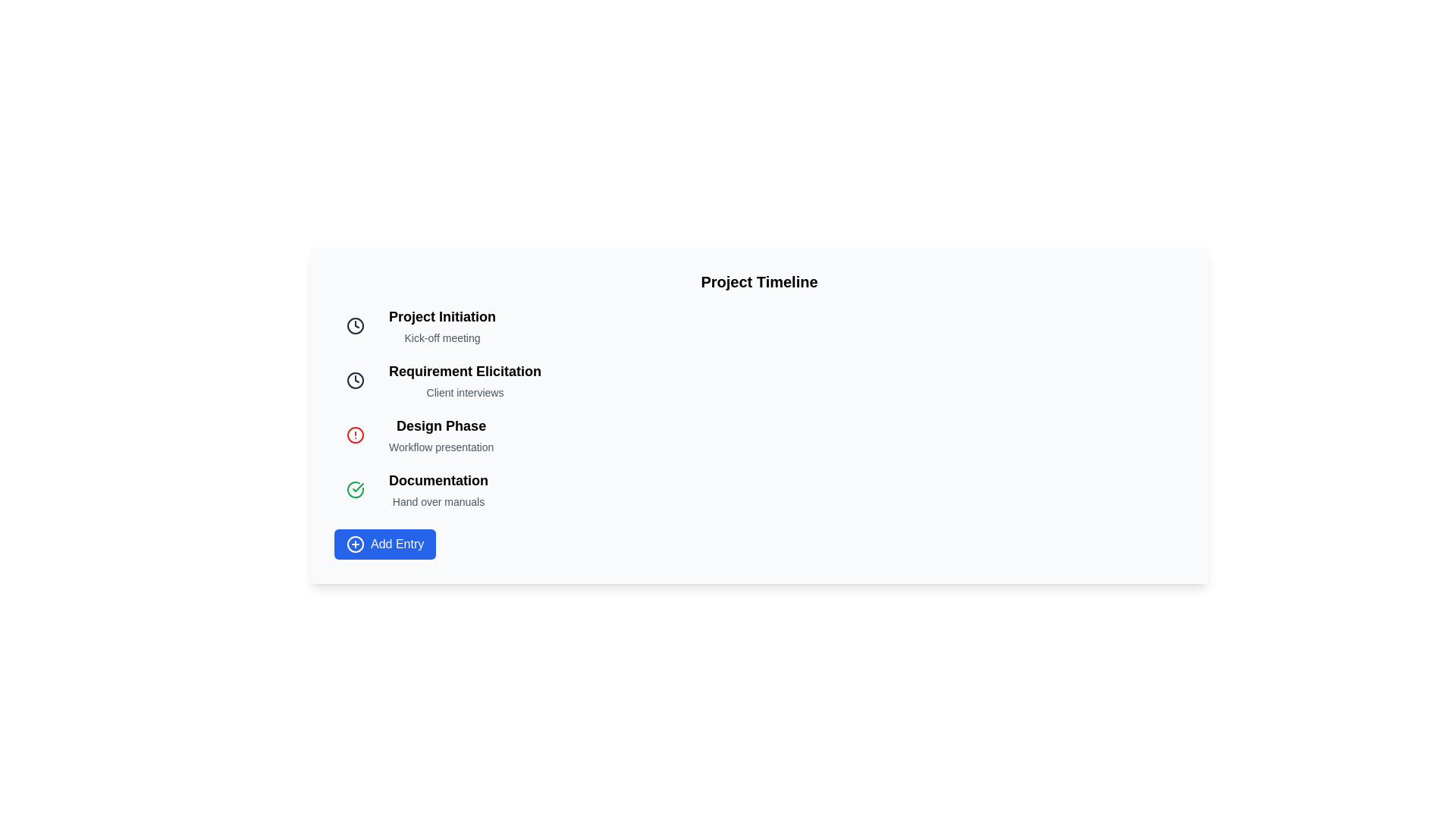 This screenshot has height=819, width=1456. Describe the element at coordinates (464, 379) in the screenshot. I see `the text label combination representing 'Requirement Elicitation' with details 'Client interviews', which is the second item in the vertical list of the timeline` at that location.